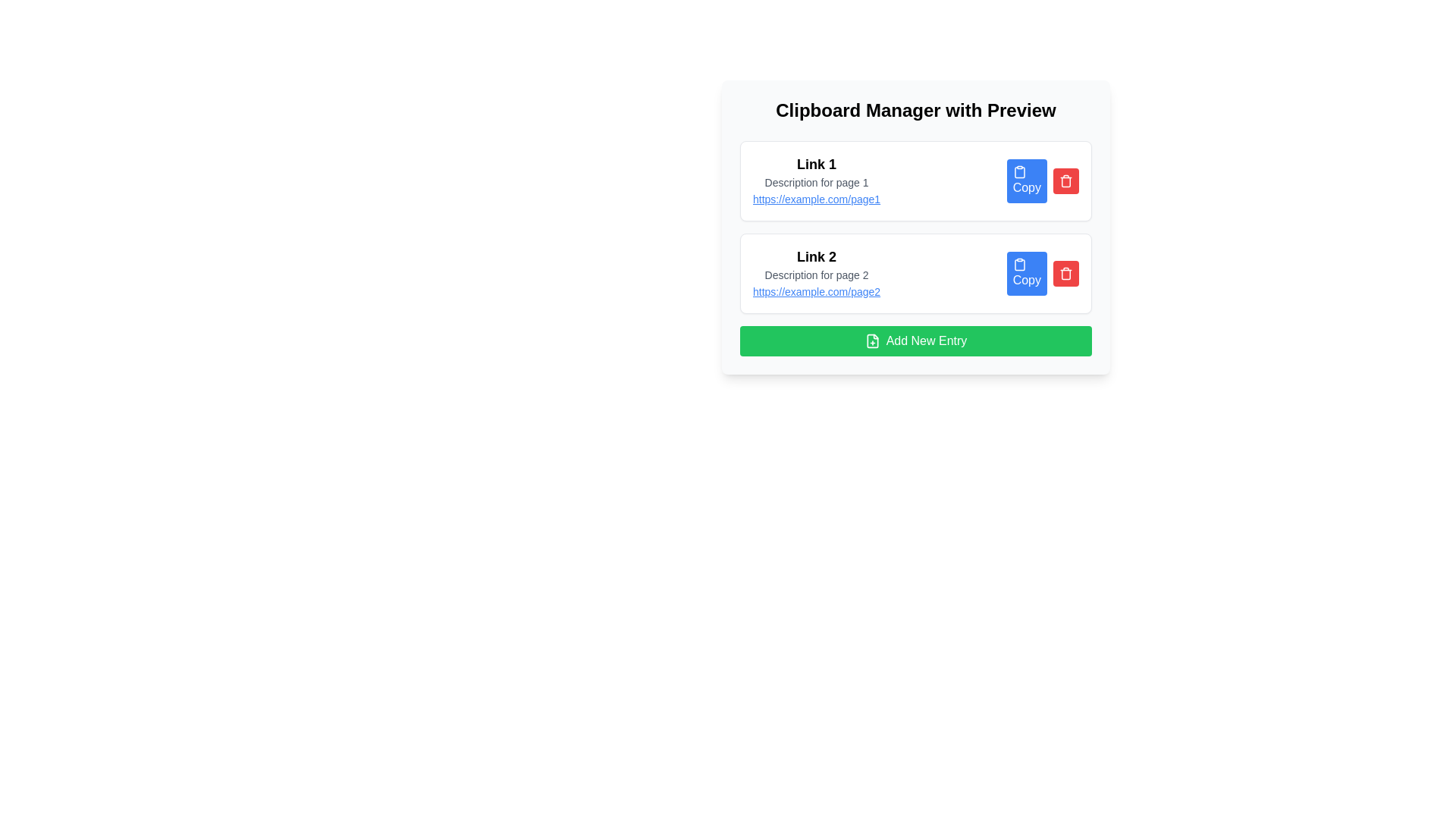 The image size is (1456, 819). What do you see at coordinates (1065, 275) in the screenshot?
I see `the lower portion of the trash can icon, which signifies a deletion action, to initiate deletion` at bounding box center [1065, 275].